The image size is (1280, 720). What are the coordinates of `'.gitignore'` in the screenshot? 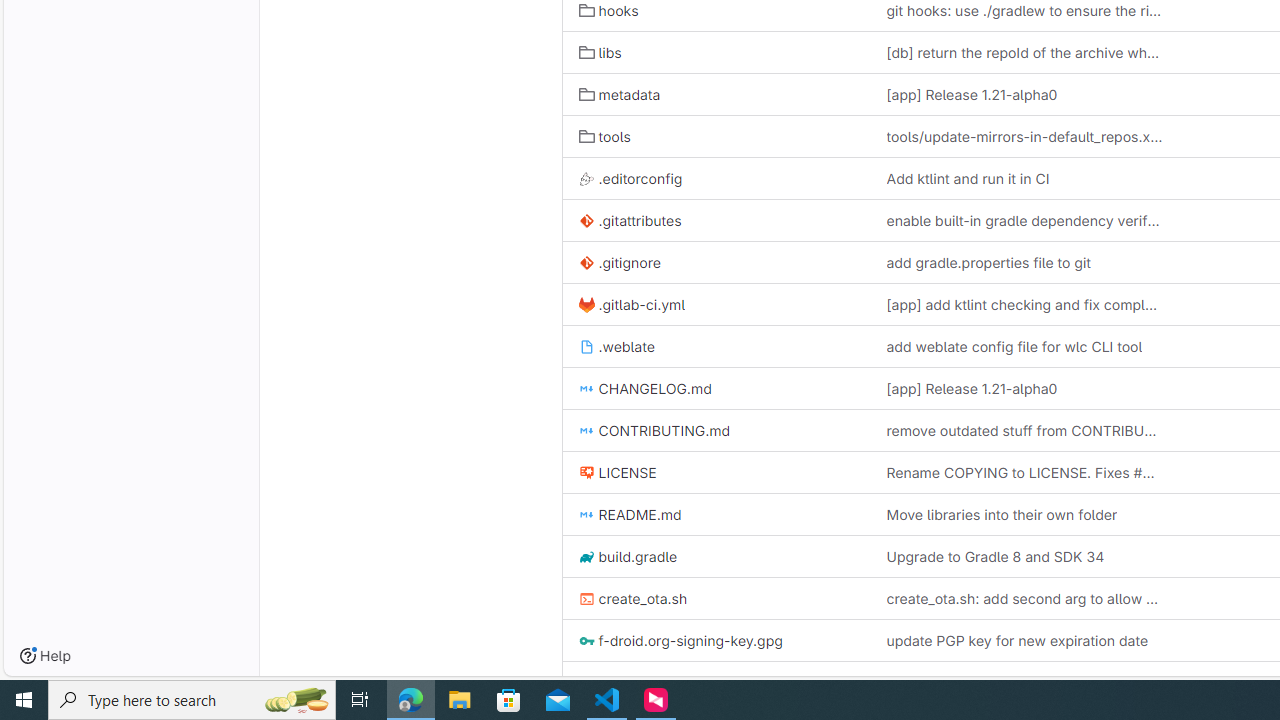 It's located at (618, 262).